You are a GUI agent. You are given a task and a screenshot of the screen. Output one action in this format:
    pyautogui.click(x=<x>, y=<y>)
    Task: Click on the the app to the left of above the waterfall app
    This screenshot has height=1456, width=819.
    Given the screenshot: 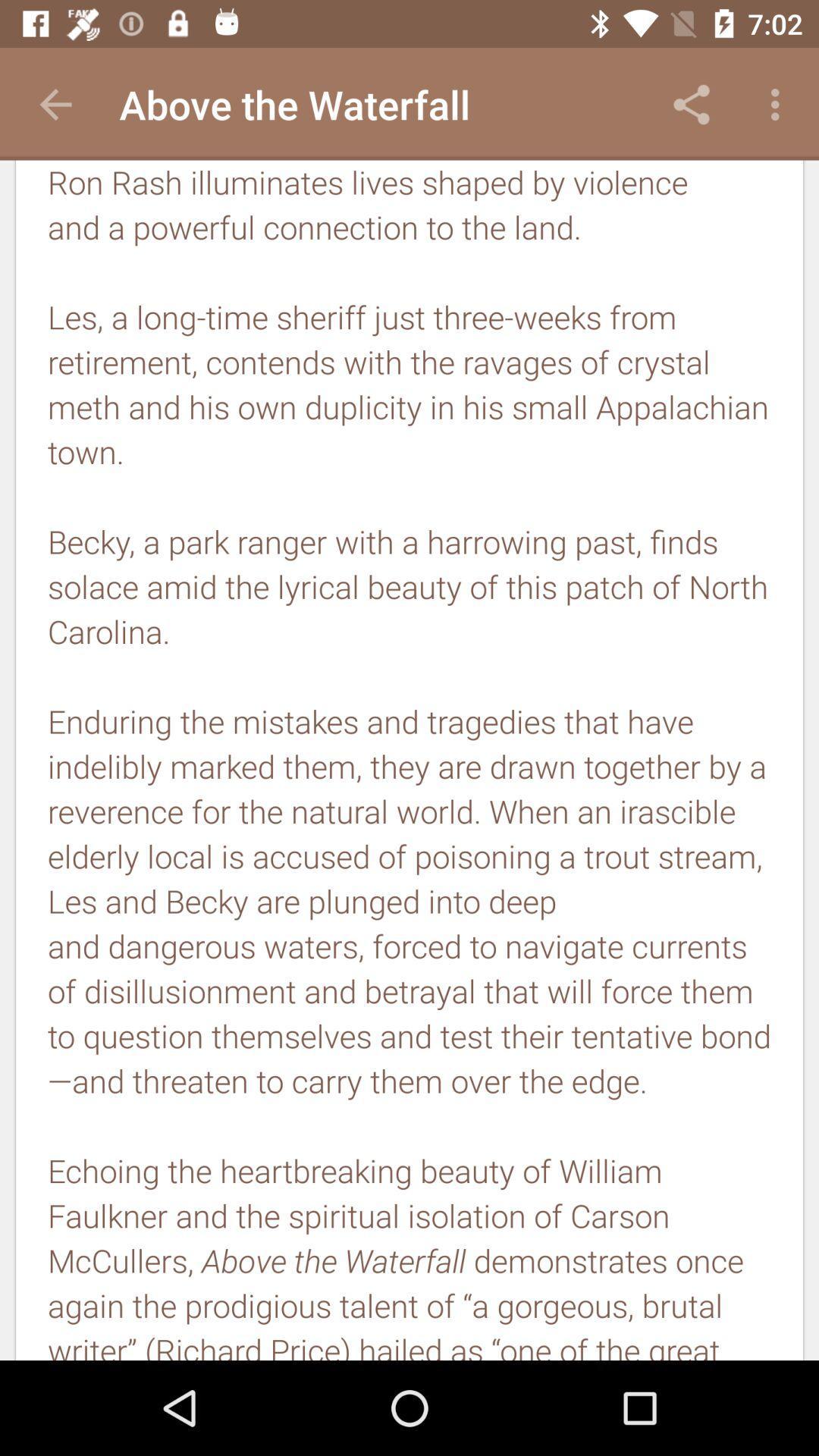 What is the action you would take?
    pyautogui.click(x=55, y=104)
    